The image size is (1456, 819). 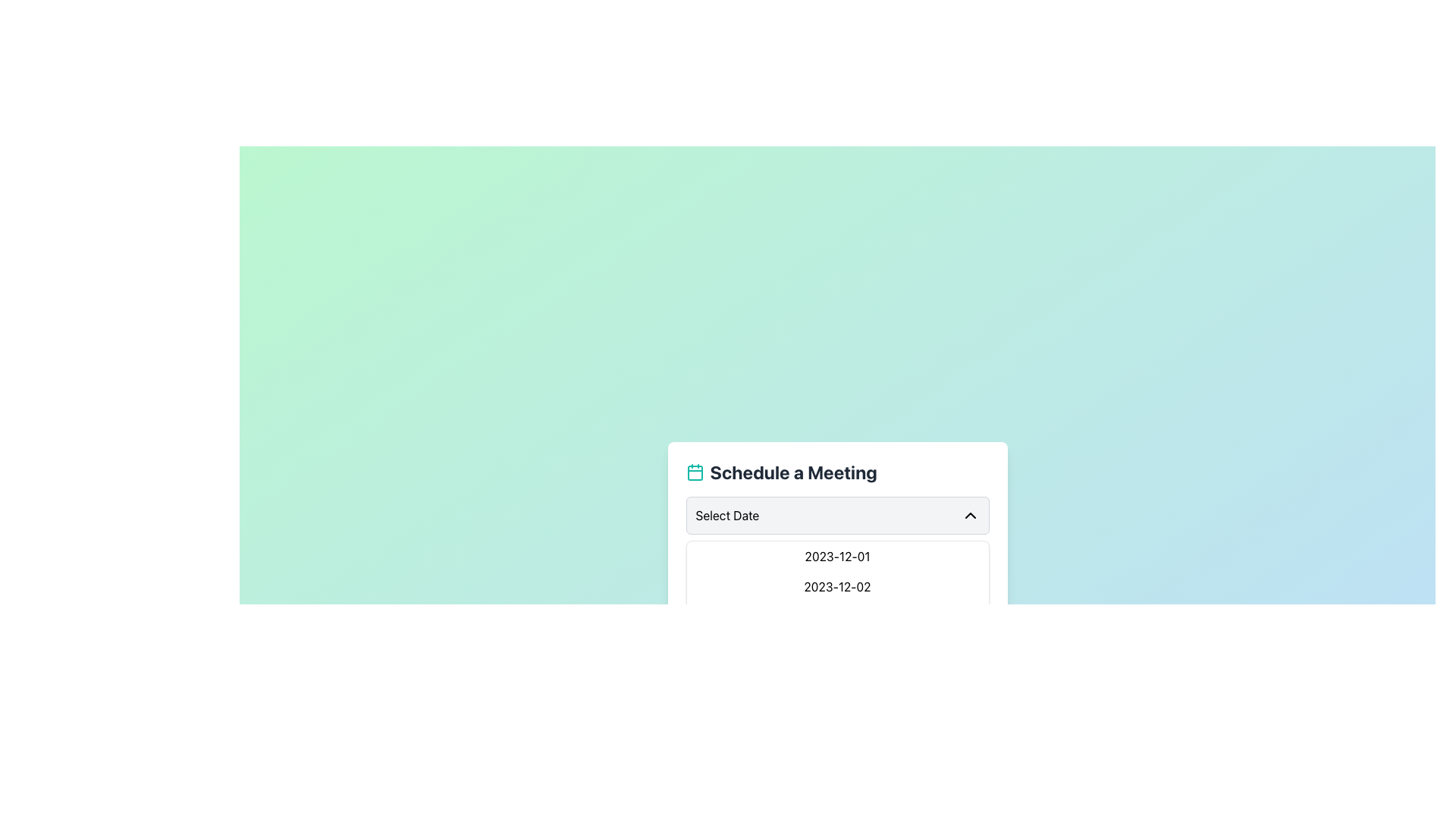 What do you see at coordinates (836, 586) in the screenshot?
I see `the date options in the dropdown menu` at bounding box center [836, 586].